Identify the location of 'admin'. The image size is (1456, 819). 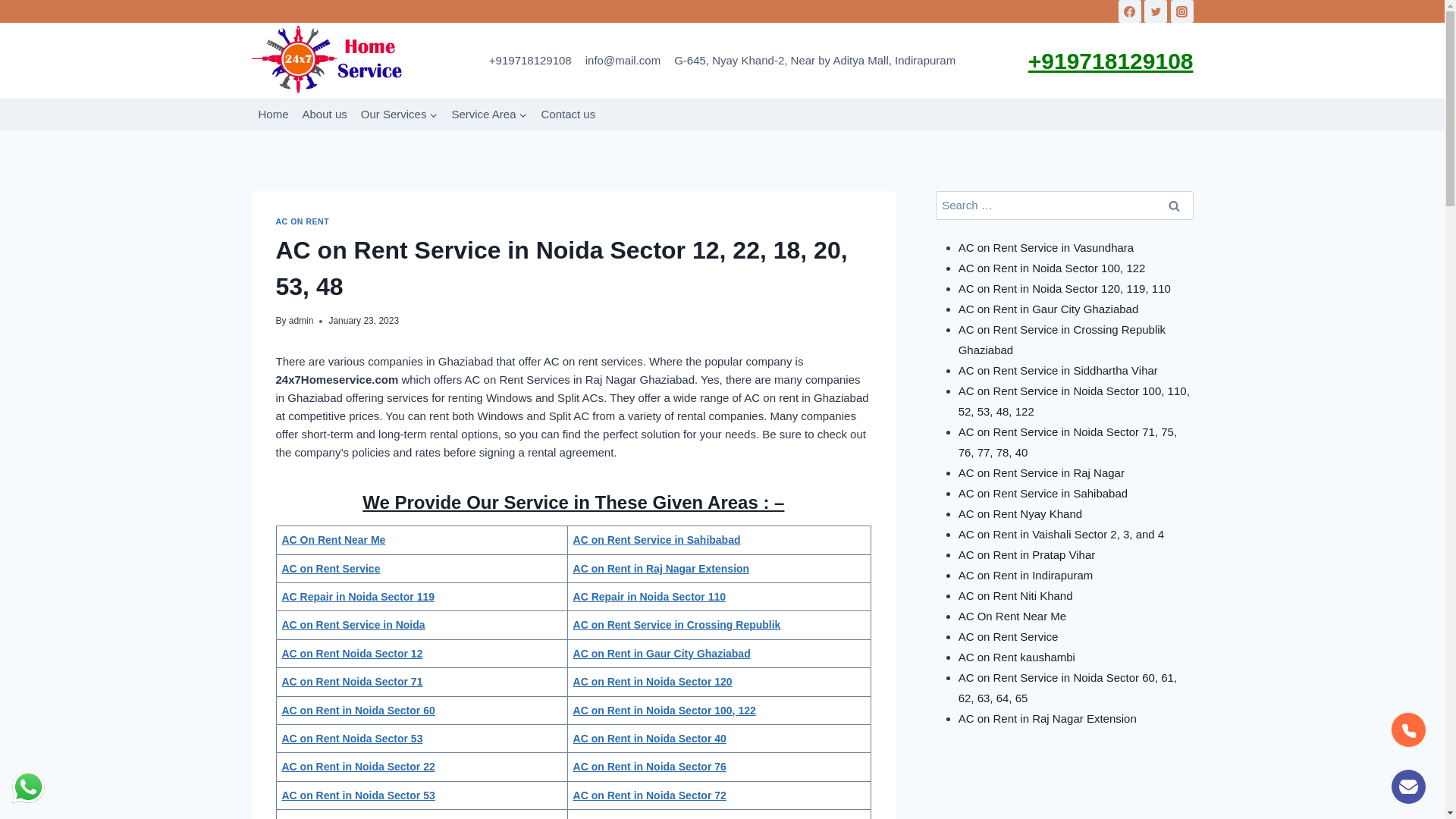
(301, 320).